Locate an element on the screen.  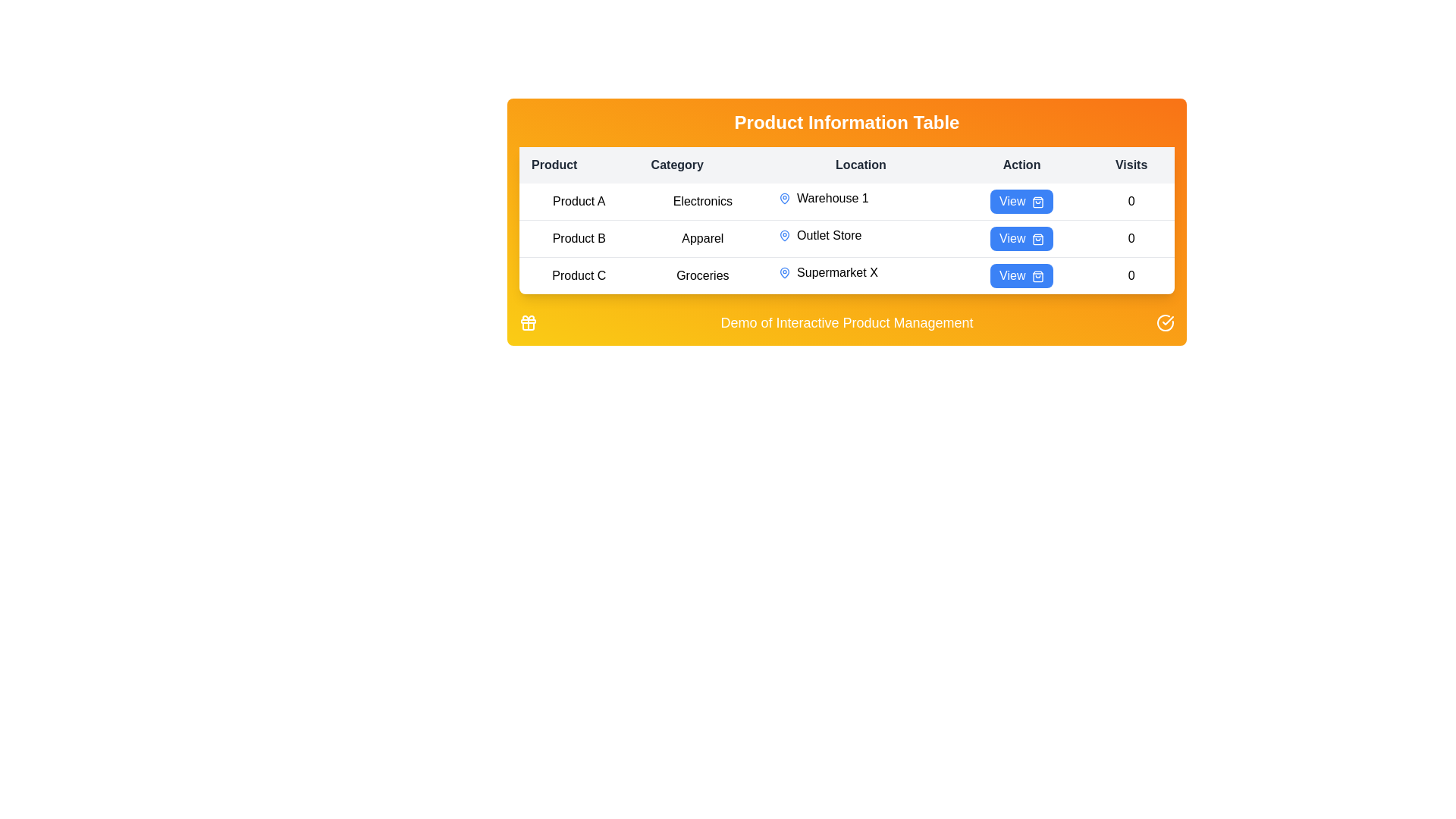
the table header cell containing the text 'Action', which is the fourth header cell in the table's header row, positioned between 'Location' and 'Visits' is located at coordinates (1021, 165).